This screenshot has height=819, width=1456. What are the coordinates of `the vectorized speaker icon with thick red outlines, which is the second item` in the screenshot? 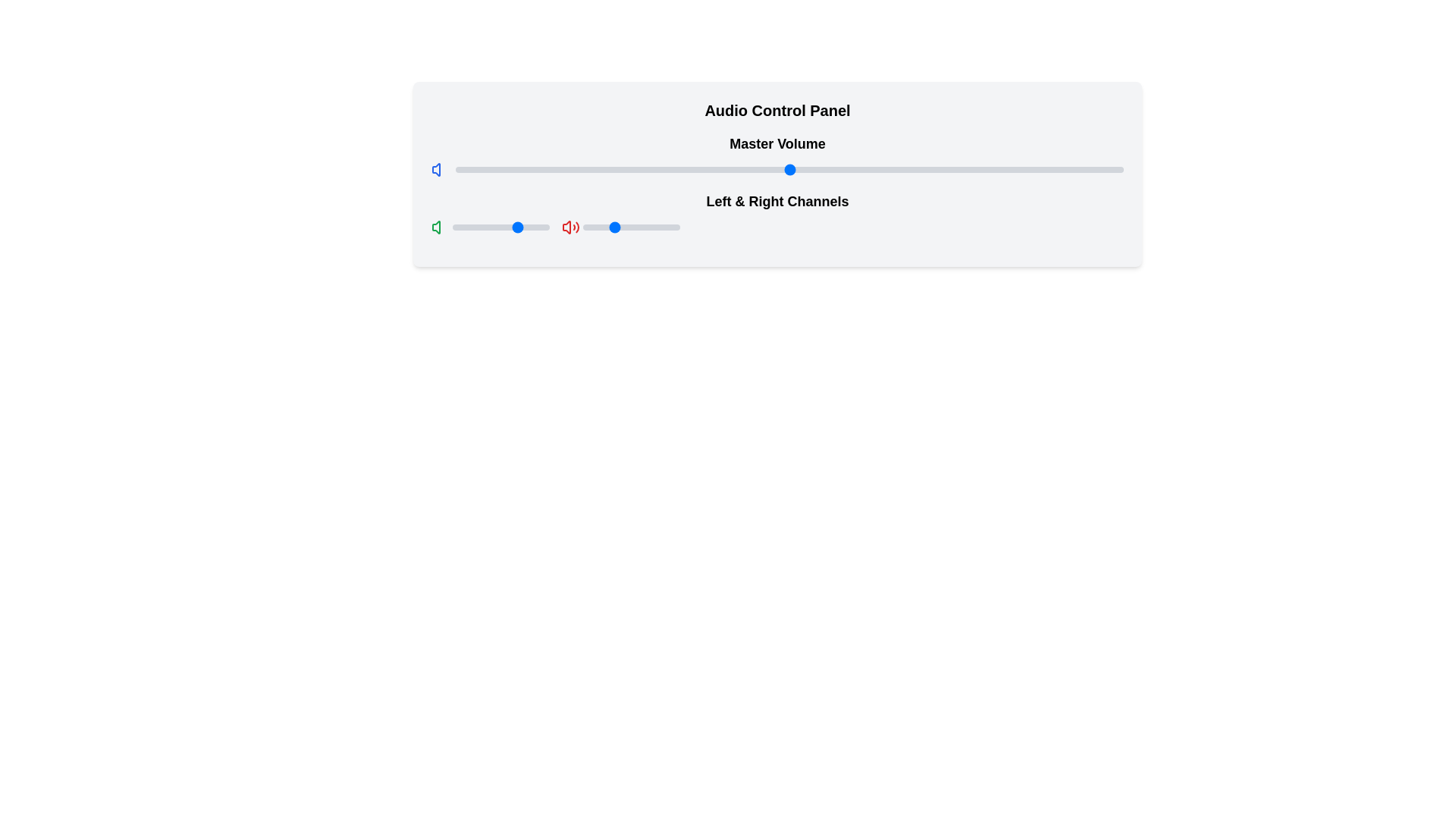 It's located at (570, 227).